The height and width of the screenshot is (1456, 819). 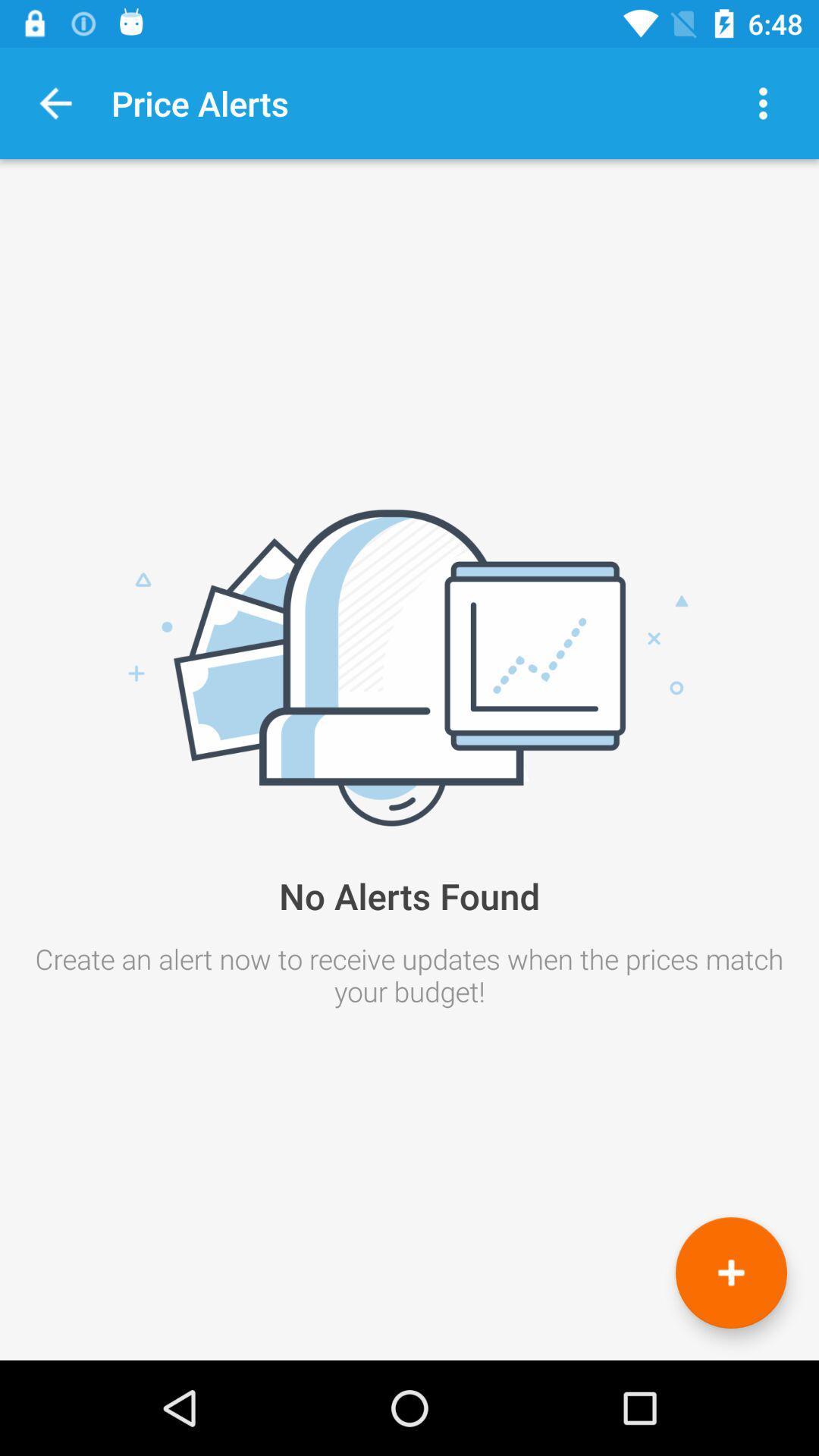 I want to click on go back, so click(x=55, y=102).